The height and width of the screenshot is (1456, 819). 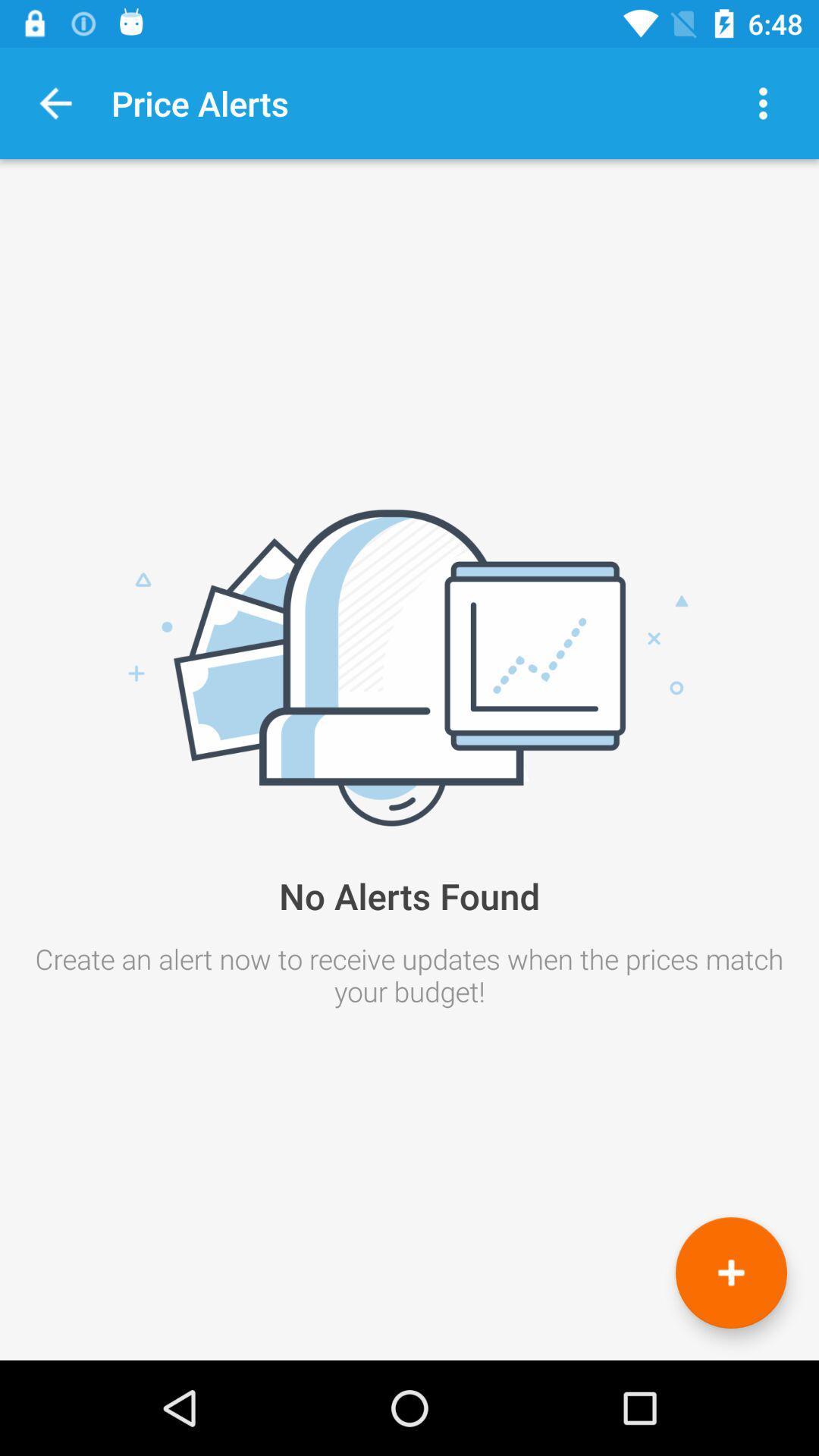 I want to click on go back, so click(x=55, y=102).